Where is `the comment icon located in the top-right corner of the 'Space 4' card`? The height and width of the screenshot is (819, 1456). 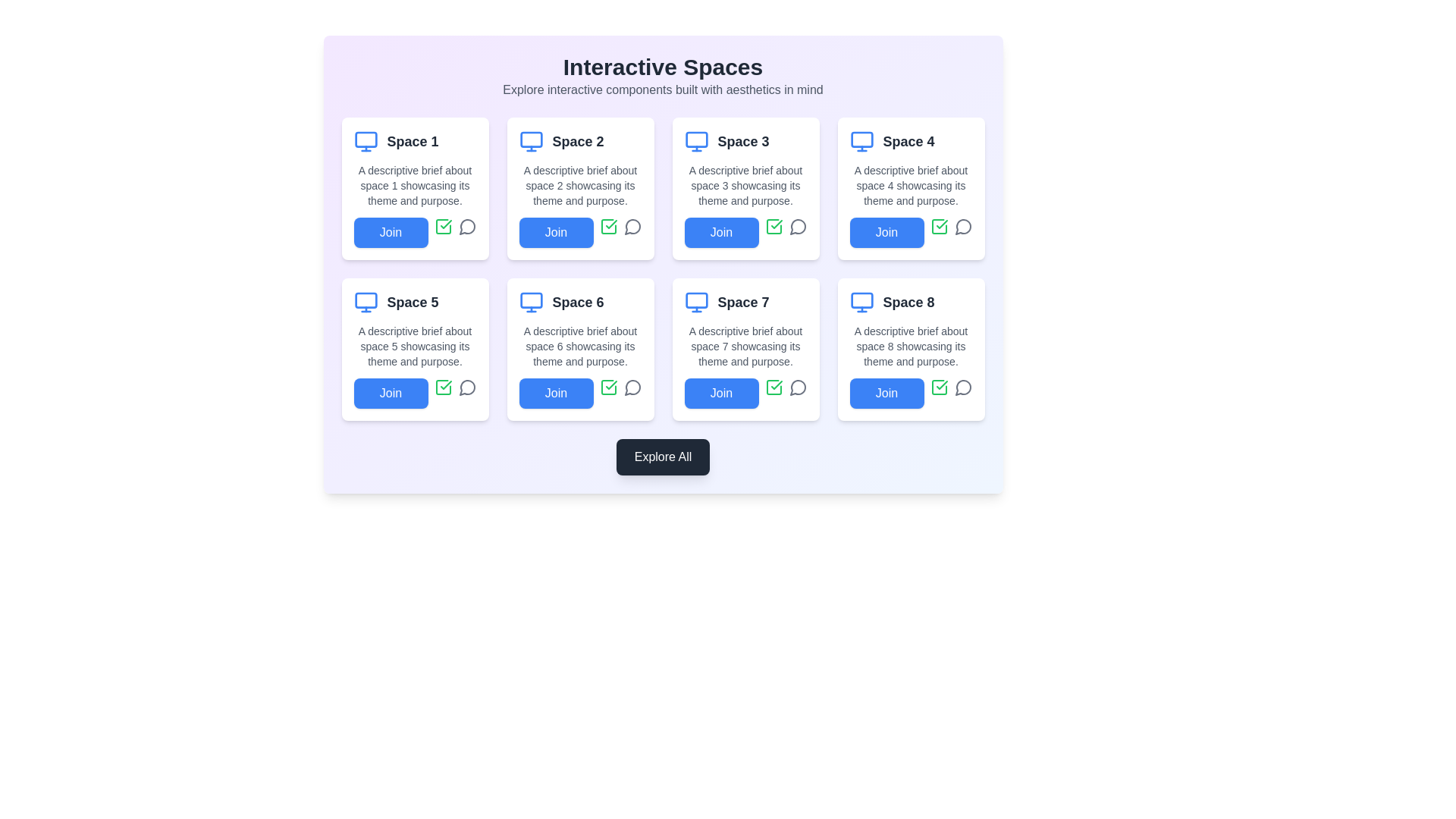
the comment icon located in the top-right corner of the 'Space 4' card is located at coordinates (962, 227).